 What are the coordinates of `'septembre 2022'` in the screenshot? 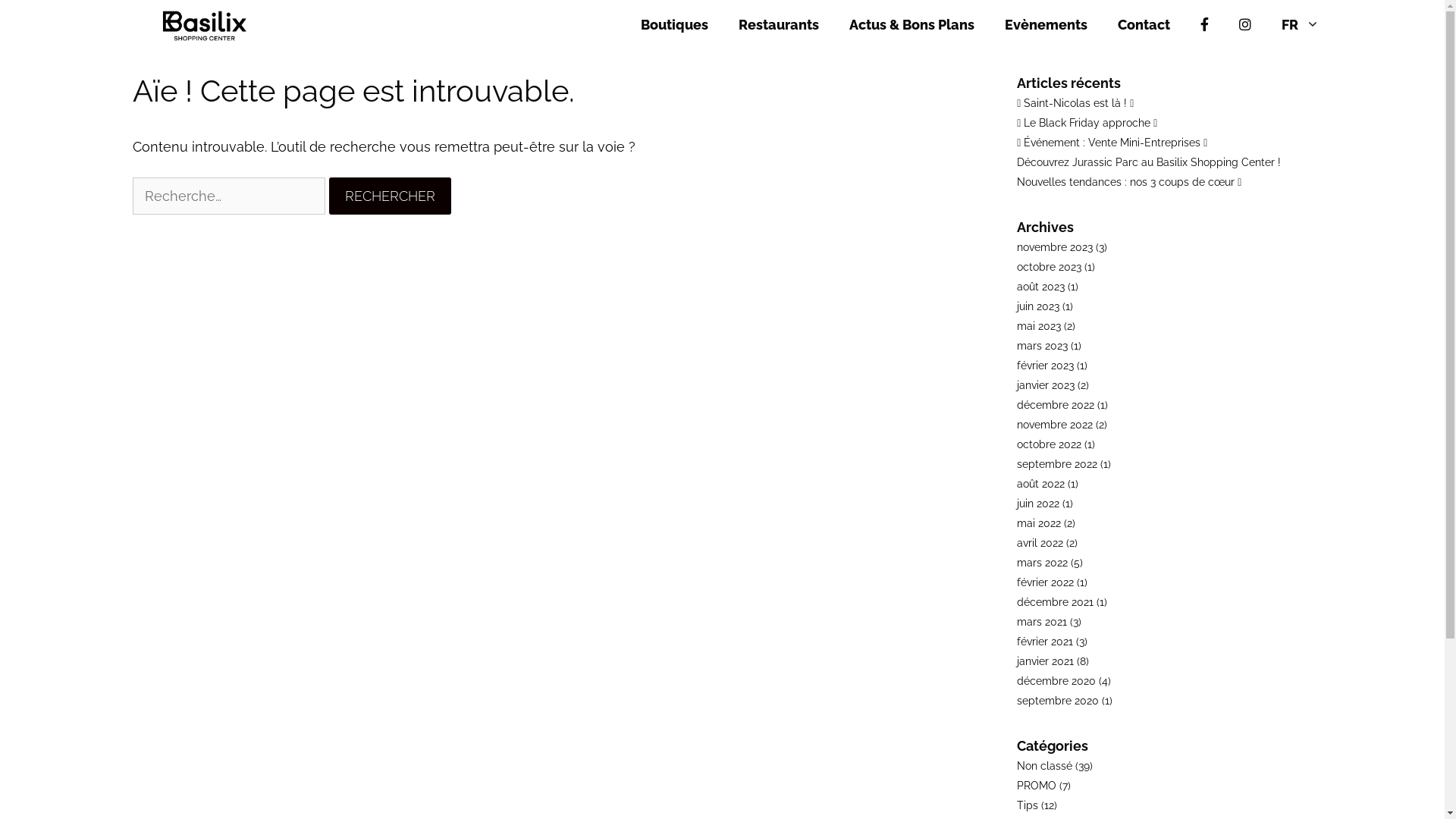 It's located at (1016, 463).